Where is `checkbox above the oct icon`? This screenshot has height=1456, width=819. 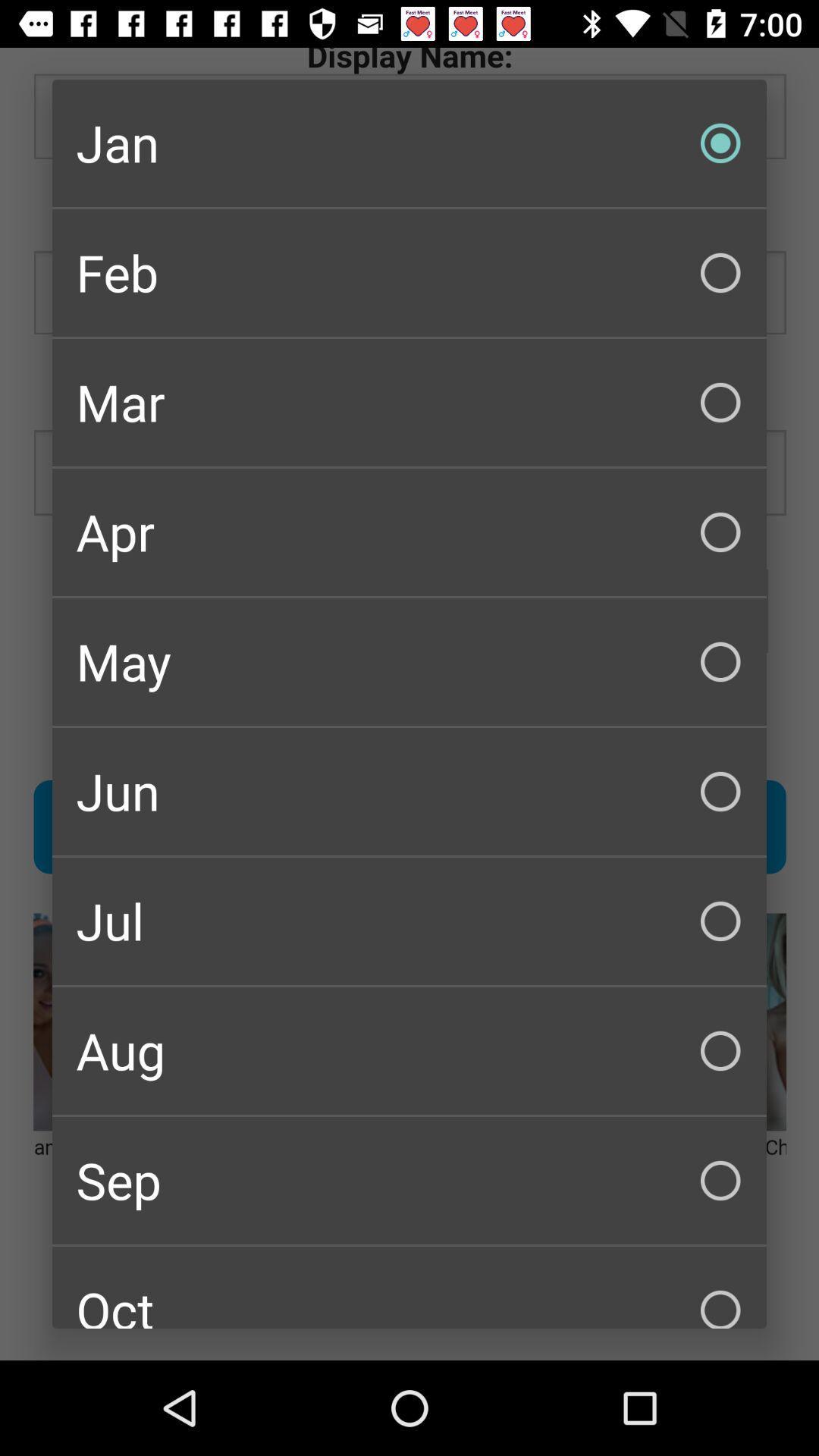 checkbox above the oct icon is located at coordinates (409, 1179).